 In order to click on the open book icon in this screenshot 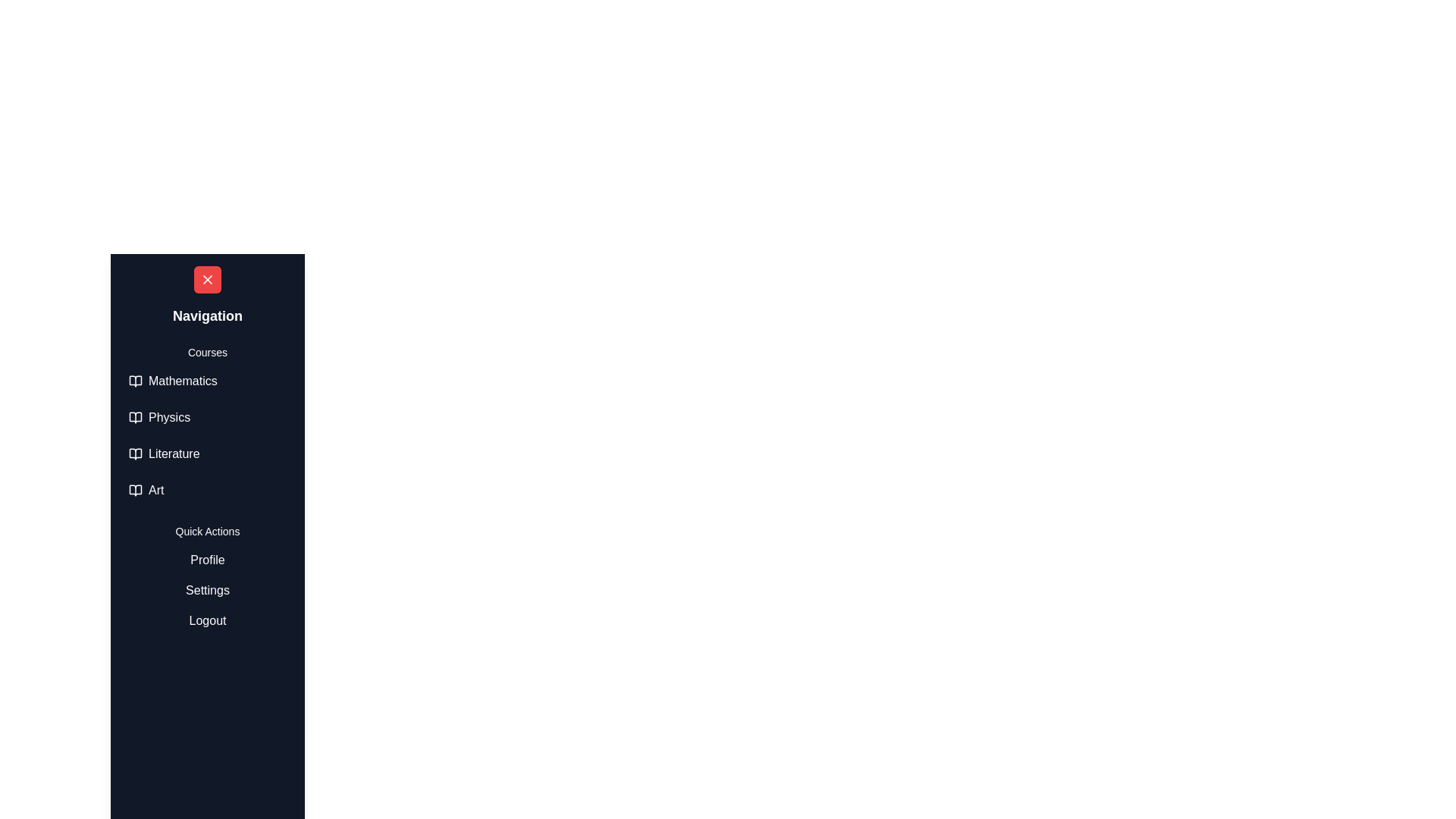, I will do `click(135, 453)`.